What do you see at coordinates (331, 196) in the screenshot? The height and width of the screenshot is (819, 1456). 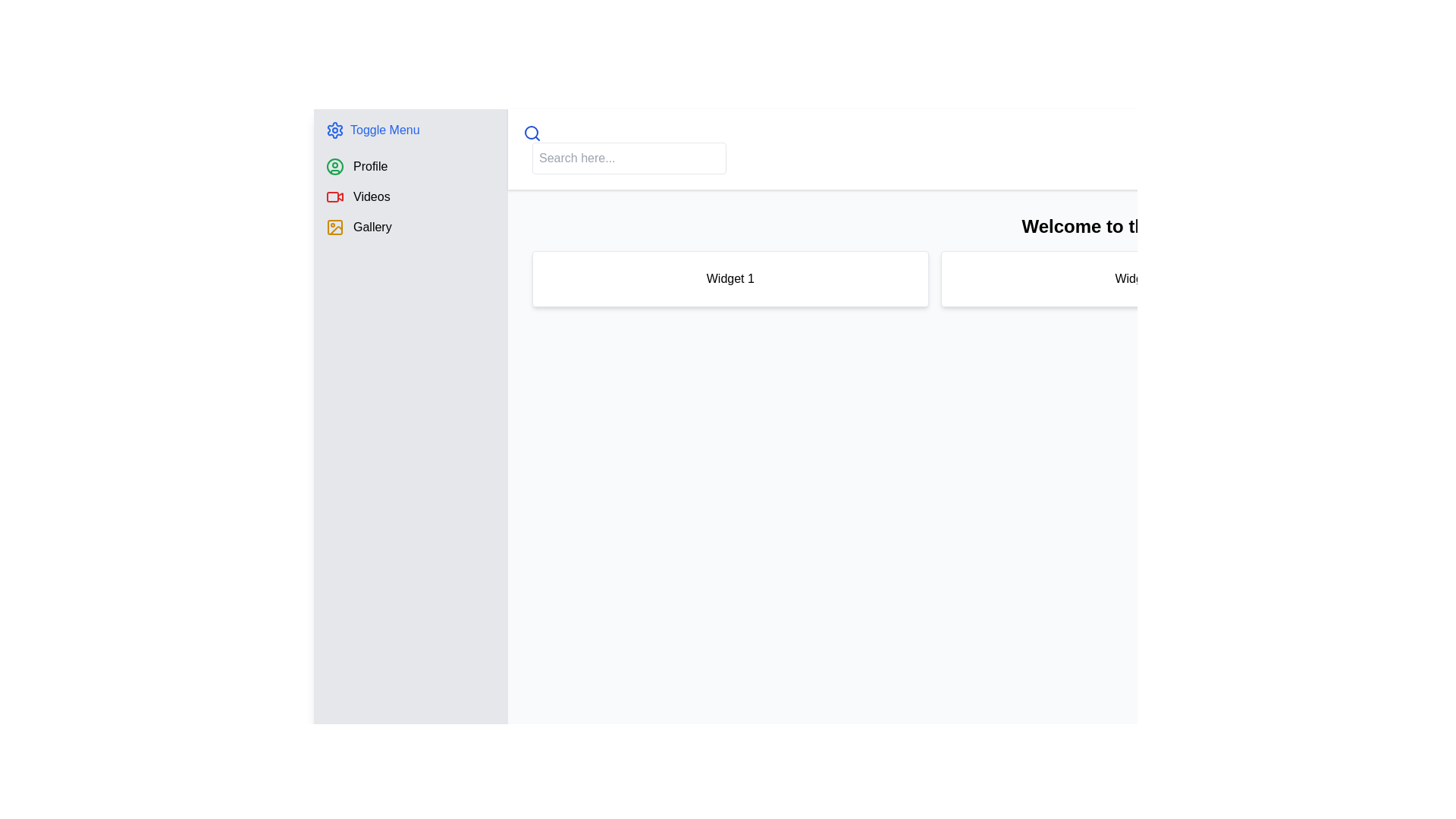 I see `the lower portion of the video camera icon, which is a small rectangular decorative component with rounded corners and no visible text or symbols` at bounding box center [331, 196].